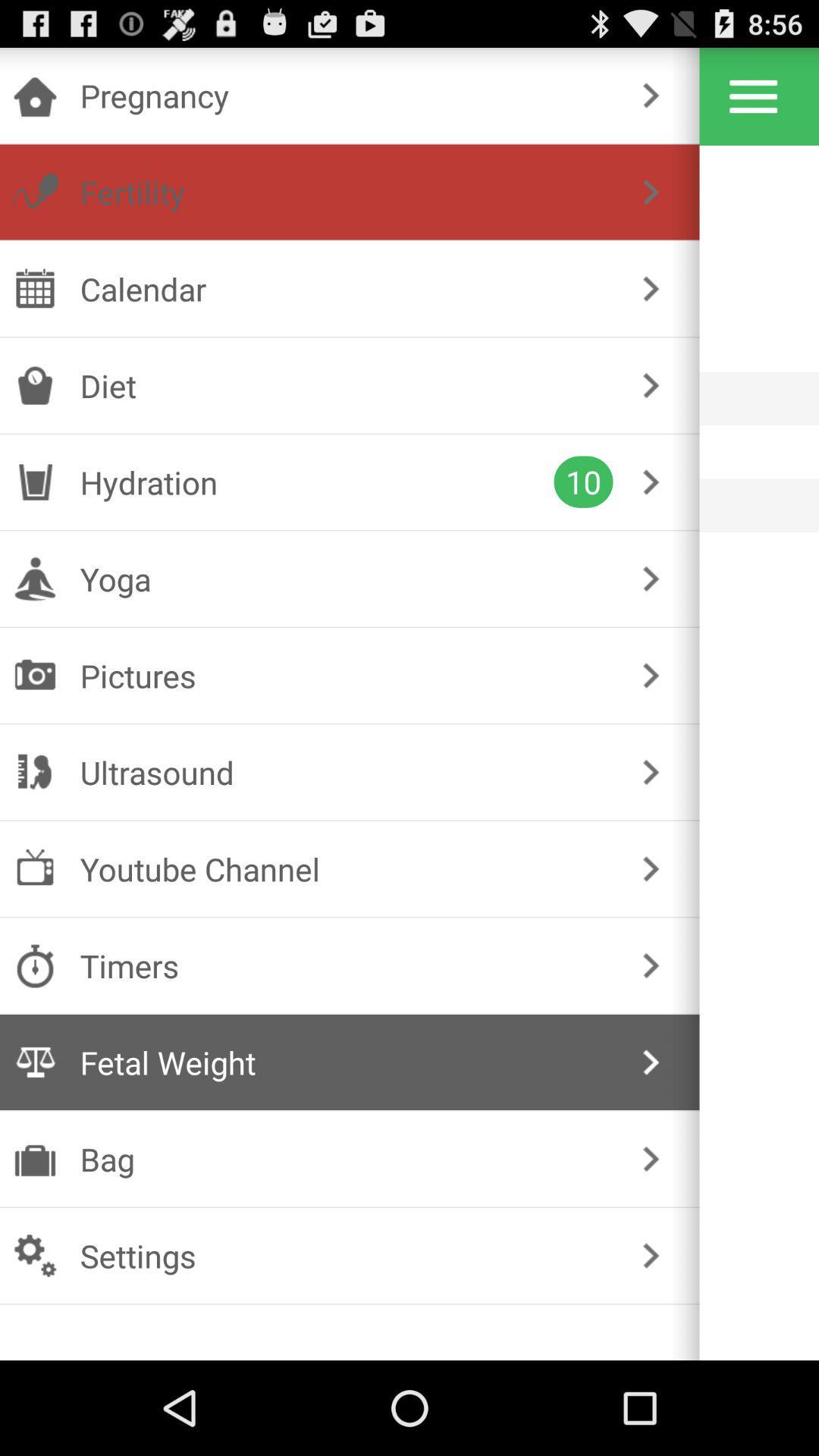 Image resolution: width=819 pixels, height=1456 pixels. Describe the element at coordinates (753, 96) in the screenshot. I see `settings` at that location.